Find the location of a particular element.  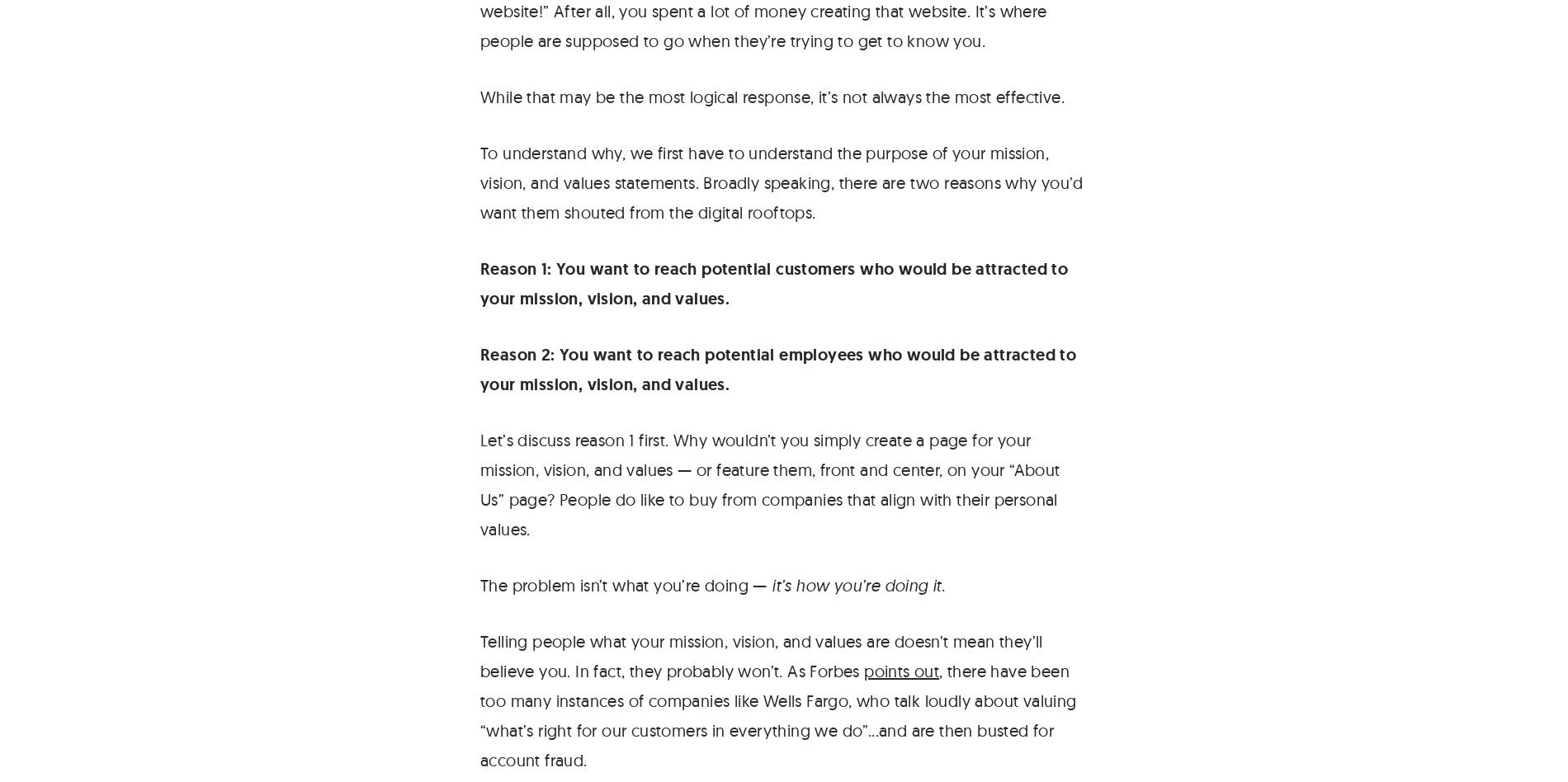

'Privacy' is located at coordinates (1443, 280).